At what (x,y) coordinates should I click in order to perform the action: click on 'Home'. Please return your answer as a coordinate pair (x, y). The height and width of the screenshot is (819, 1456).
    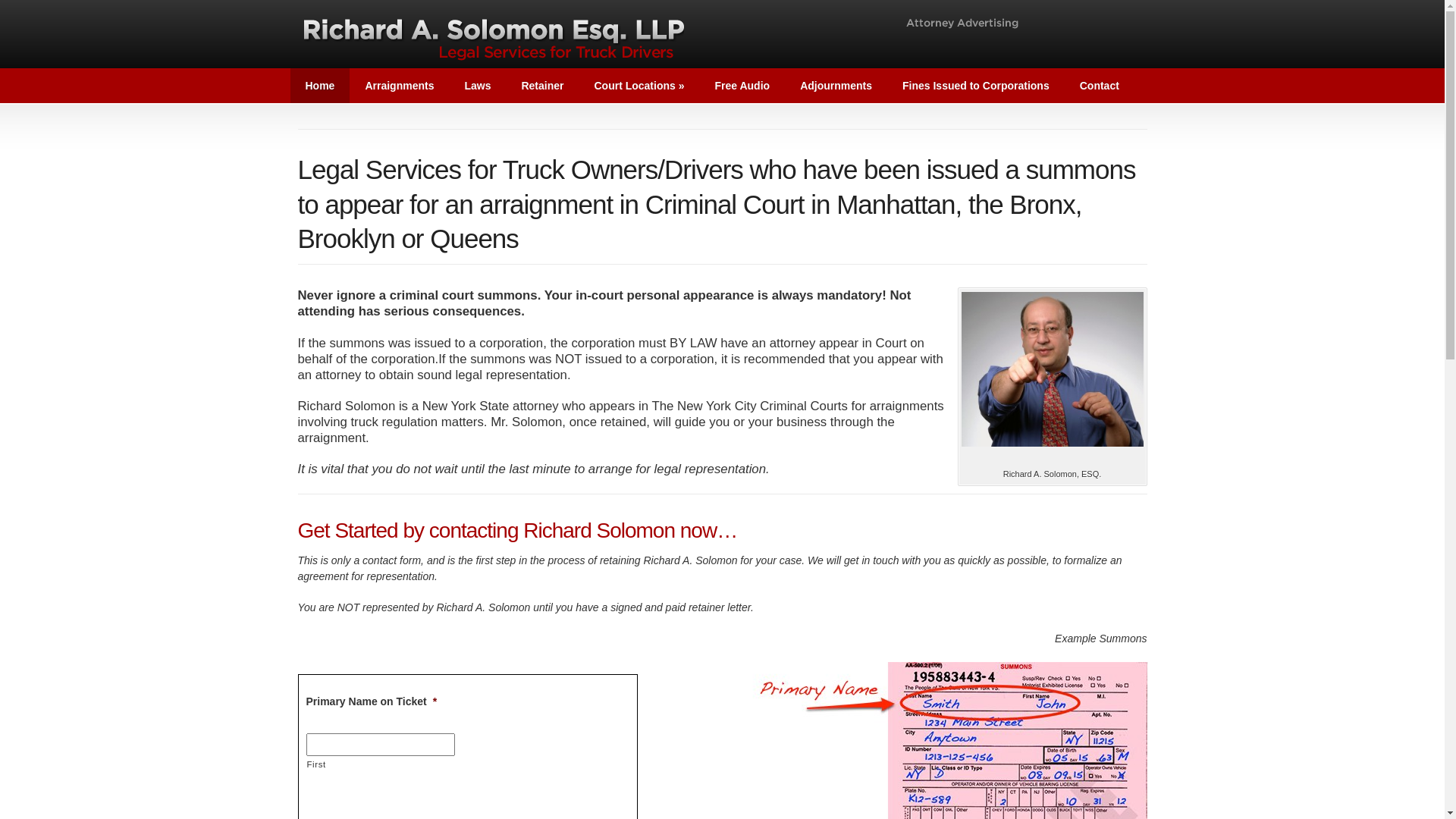
    Looking at the image, I should click on (318, 85).